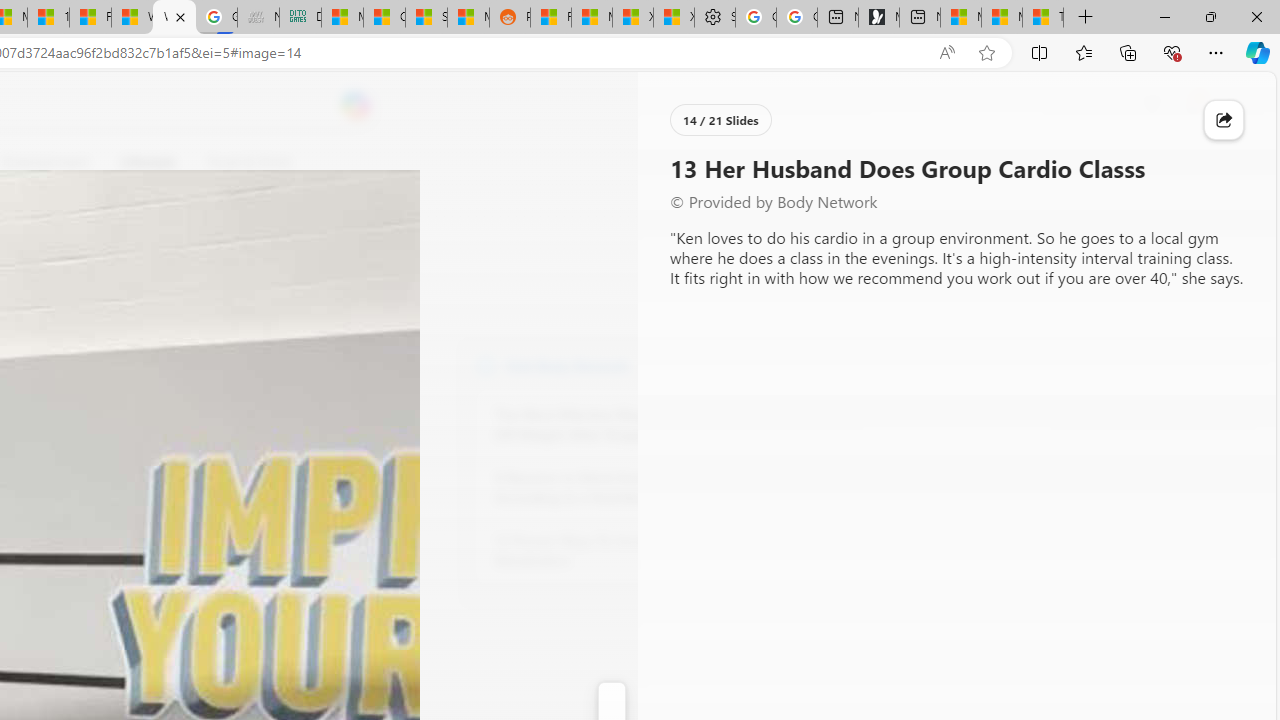 The height and width of the screenshot is (720, 1280). What do you see at coordinates (181, 257) in the screenshot?
I see `'Go to publisher'` at bounding box center [181, 257].